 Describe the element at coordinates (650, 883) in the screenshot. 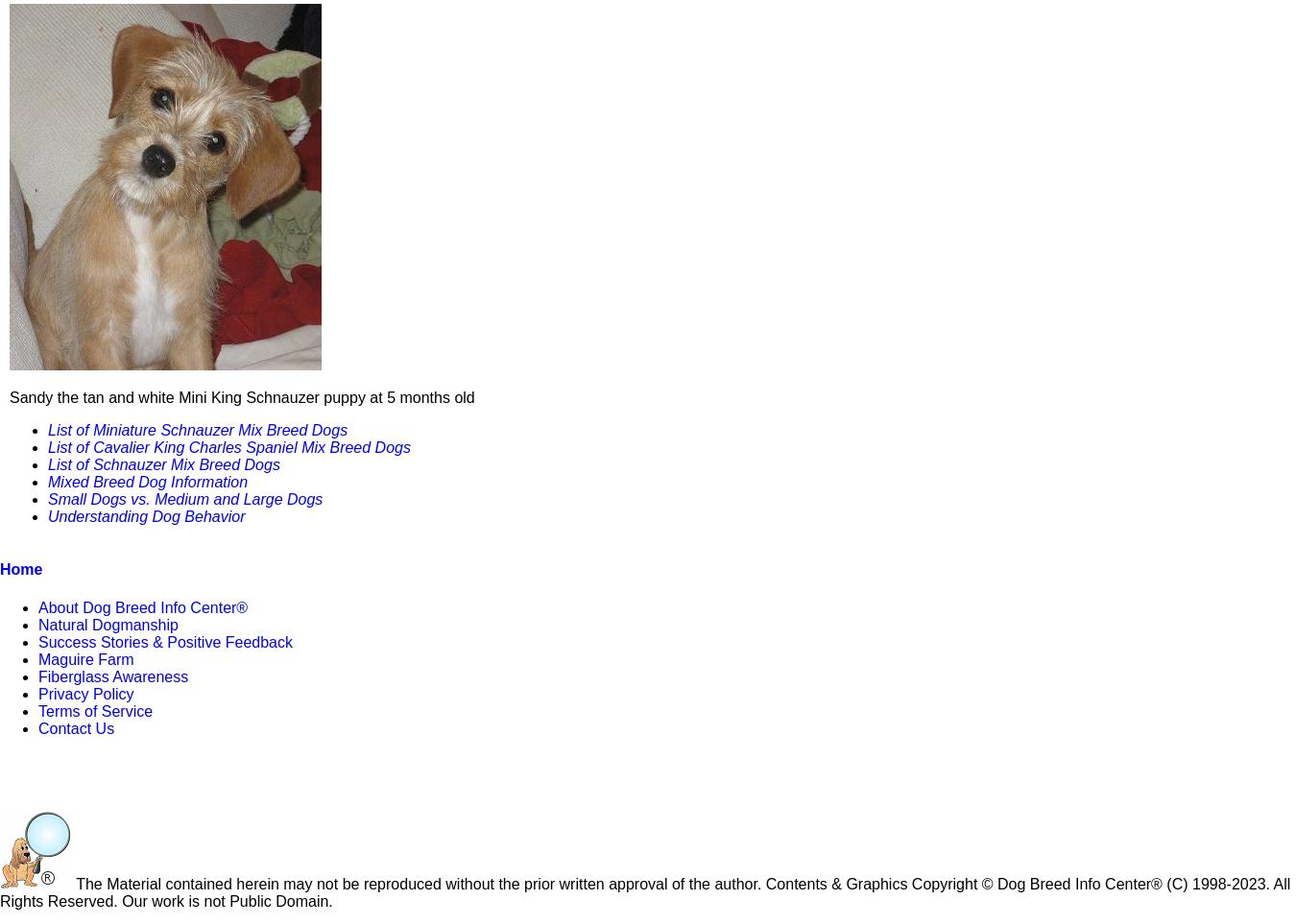

I see `'The Material contained herein may not be reproduced without the prior written approval of the author. Contents & Graphics Copyright © Dog Breed Info Center® (C) 1998-'` at that location.